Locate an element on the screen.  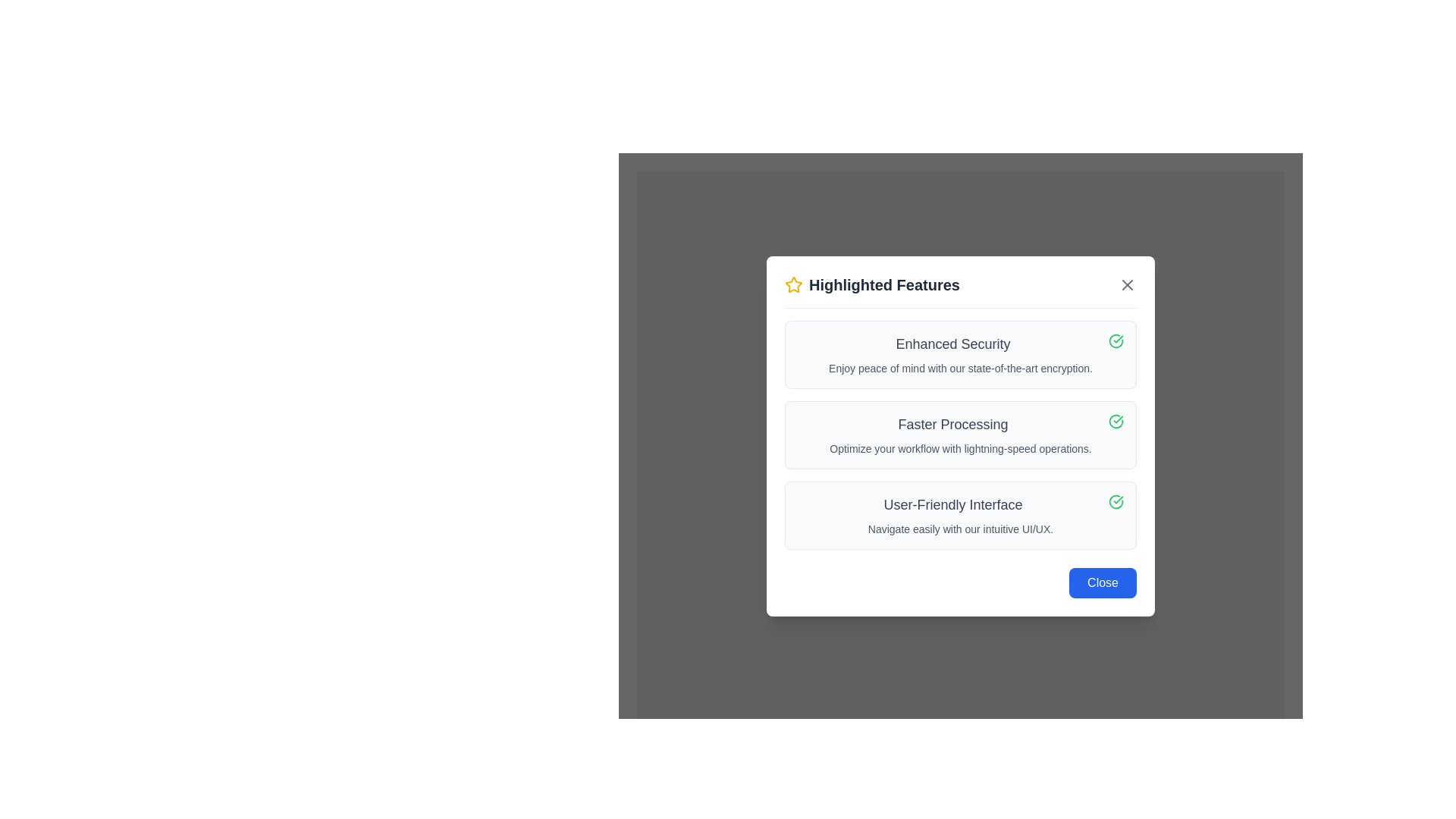
the 'Close' button with a bright blue background and white text located at the bottom-right of the 'Highlighted Features' modal to change its color is located at coordinates (1103, 582).